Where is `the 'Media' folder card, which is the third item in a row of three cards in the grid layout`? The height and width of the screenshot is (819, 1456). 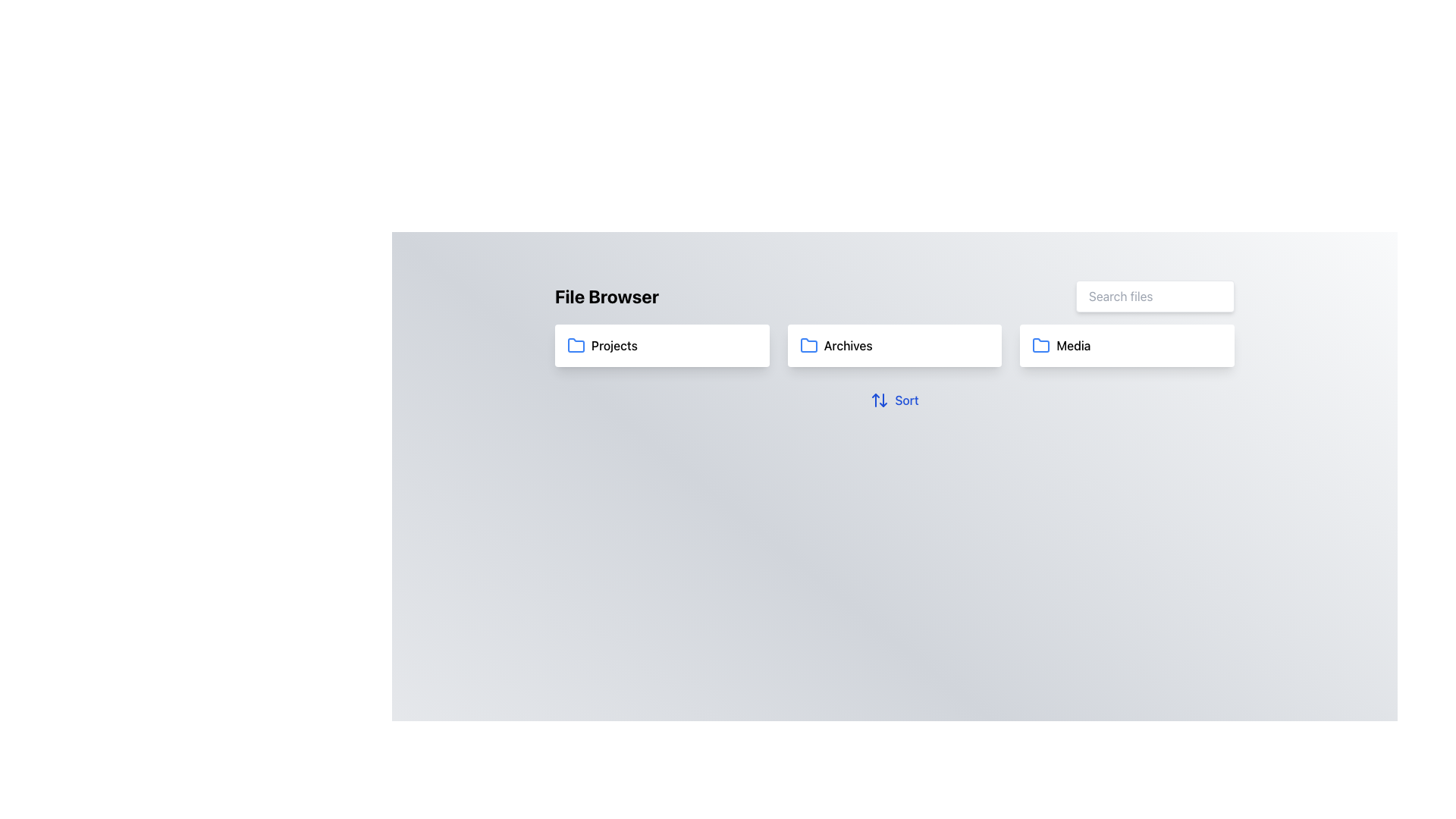
the 'Media' folder card, which is the third item in a row of three cards in the grid layout is located at coordinates (1127, 345).